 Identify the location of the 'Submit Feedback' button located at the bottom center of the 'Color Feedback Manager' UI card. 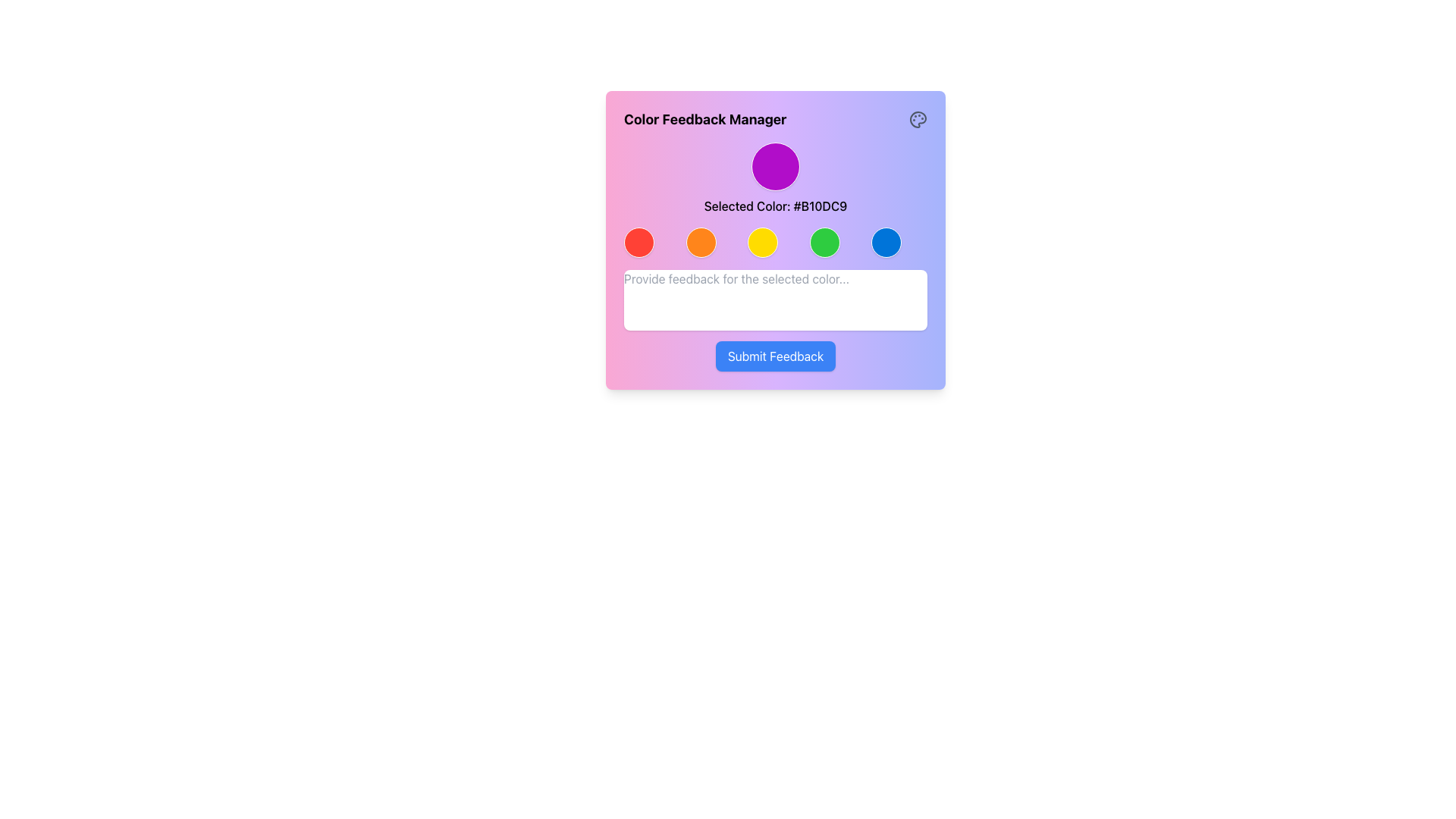
(775, 356).